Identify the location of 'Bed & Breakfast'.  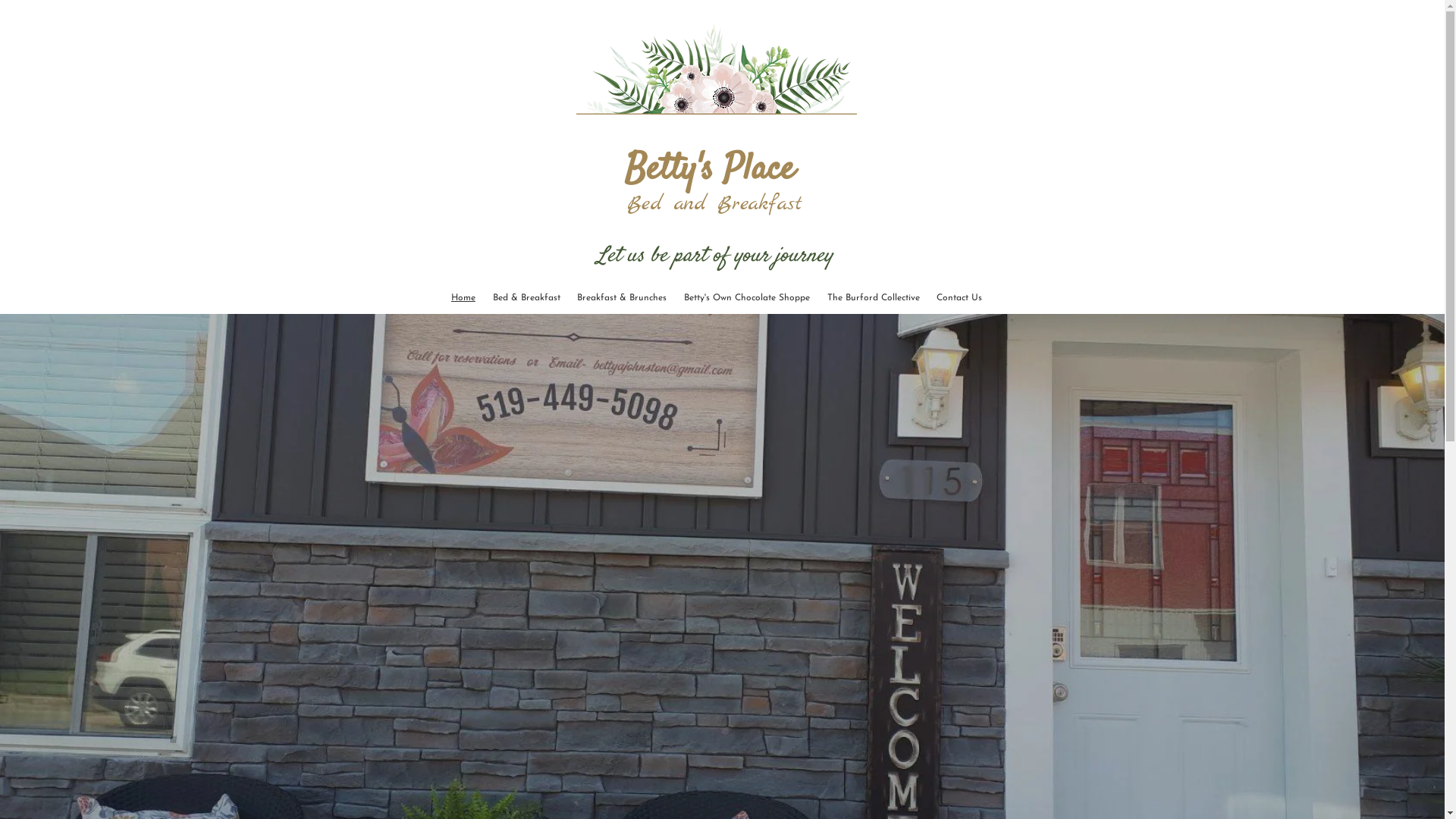
(526, 298).